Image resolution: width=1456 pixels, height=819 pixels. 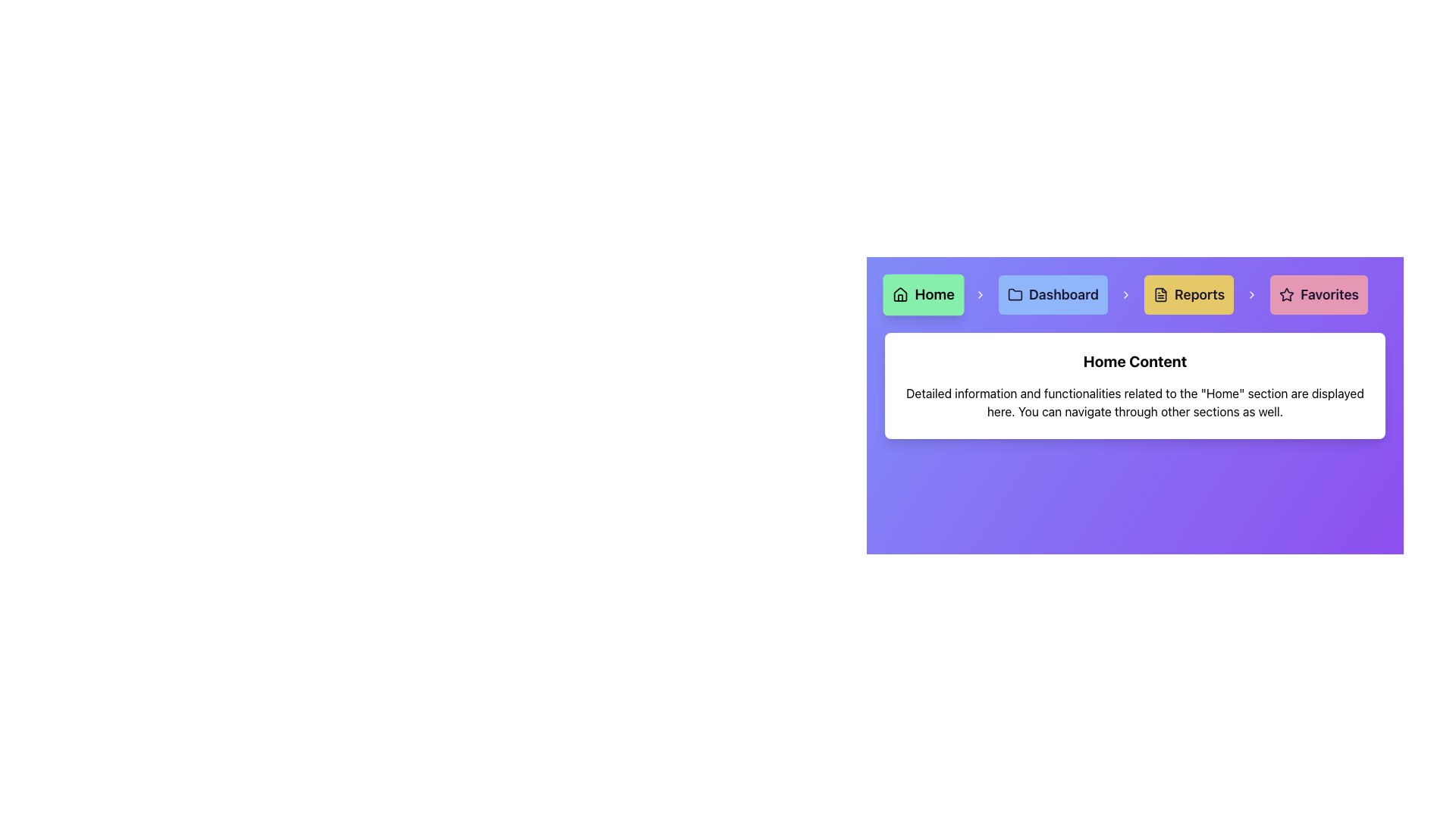 I want to click on the folder icon within the blue 'Dashboard' button in the horizontal navigation bar, which is styled with a rounded outline and minimalistic design, so click(x=1015, y=295).